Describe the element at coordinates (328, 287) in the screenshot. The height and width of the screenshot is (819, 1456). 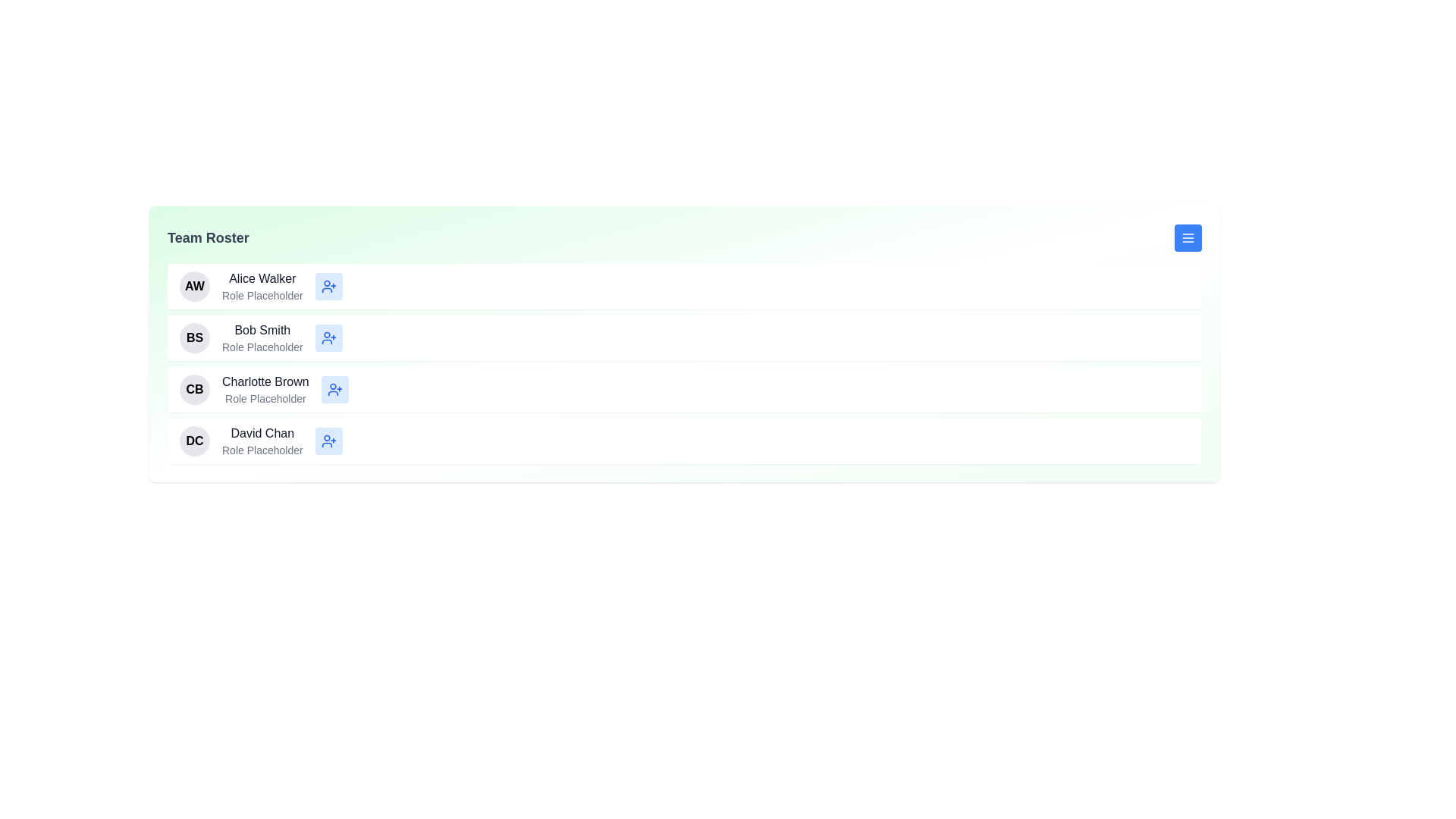
I see `the blue icon button resembling a person with a plus sign located to the right of the list item for Alice Walker` at that location.